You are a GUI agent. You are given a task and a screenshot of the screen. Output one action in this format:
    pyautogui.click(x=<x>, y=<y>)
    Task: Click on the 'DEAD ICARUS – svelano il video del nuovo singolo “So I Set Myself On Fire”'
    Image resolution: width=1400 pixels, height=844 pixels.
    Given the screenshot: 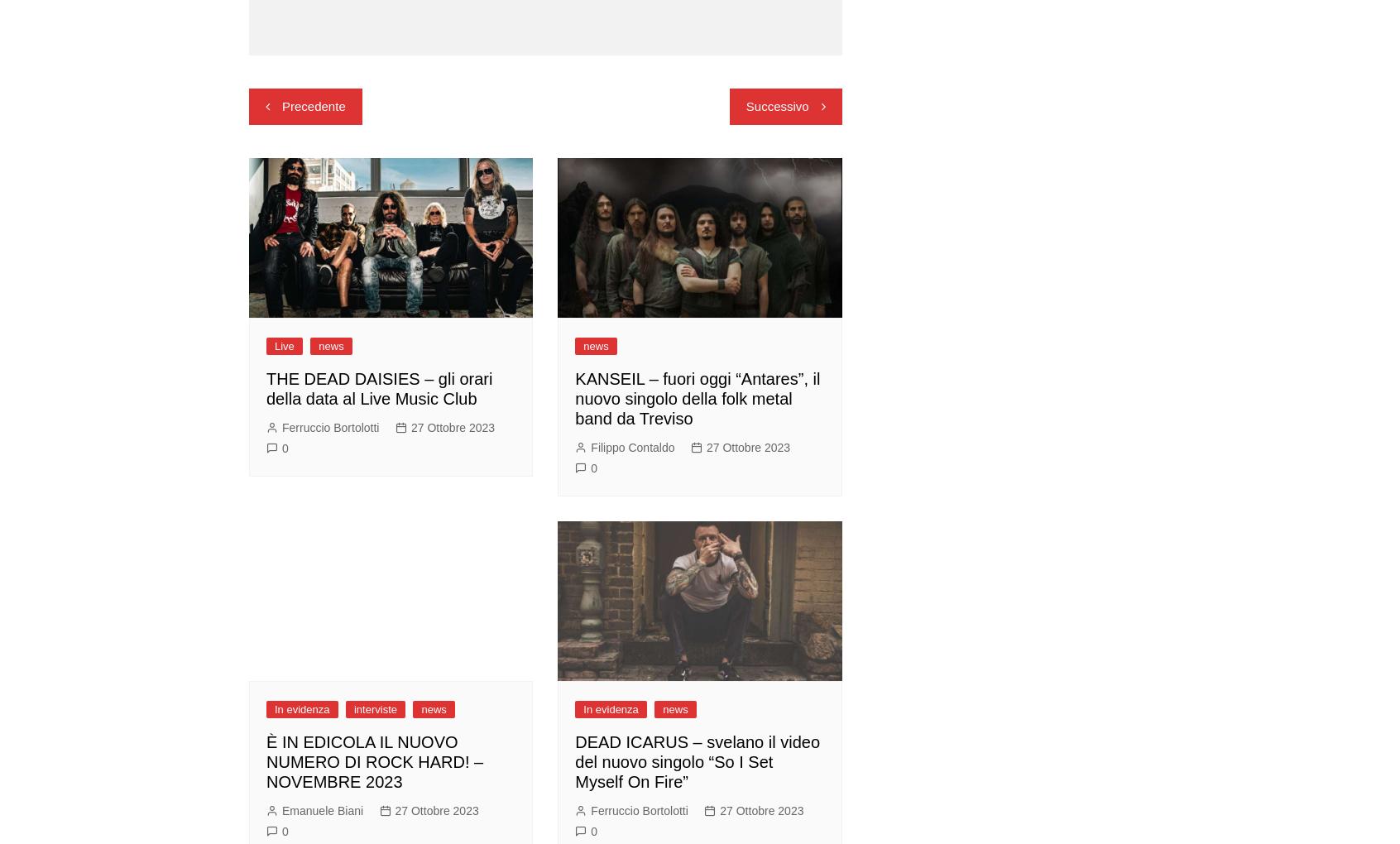 What is the action you would take?
    pyautogui.click(x=697, y=761)
    